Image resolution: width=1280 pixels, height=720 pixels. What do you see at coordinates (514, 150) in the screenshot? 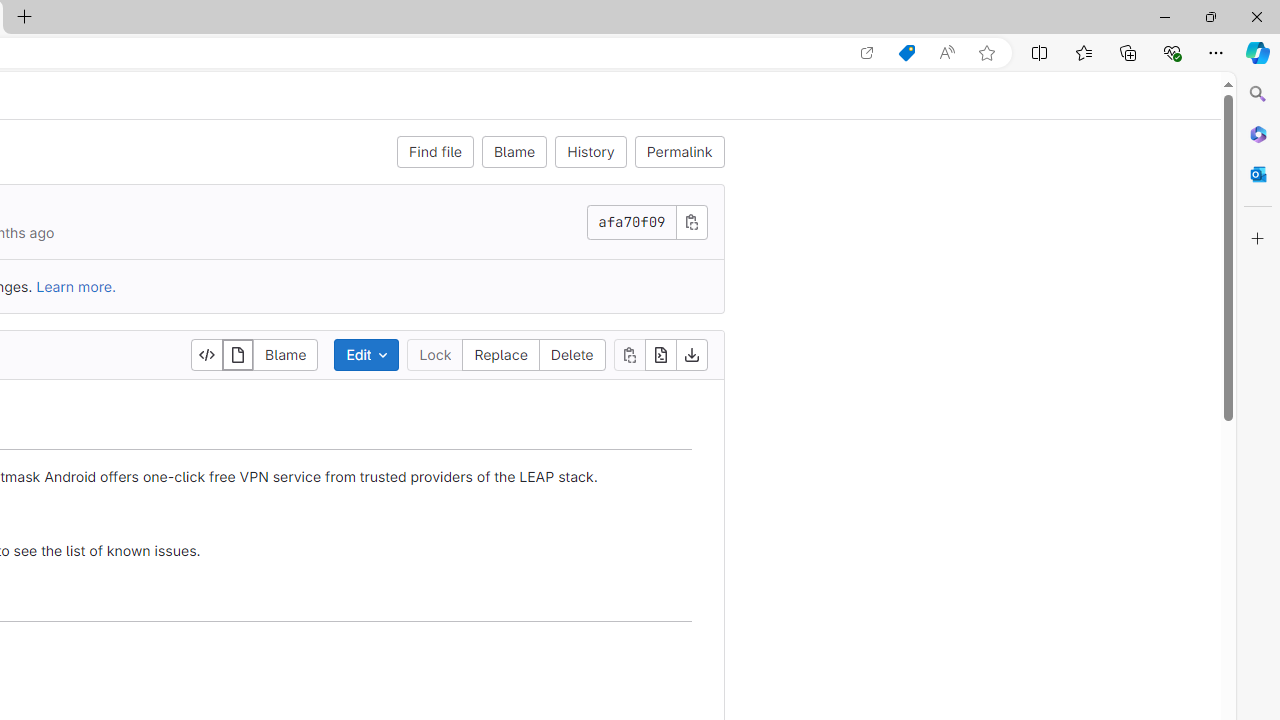
I see `'Blame'` at bounding box center [514, 150].